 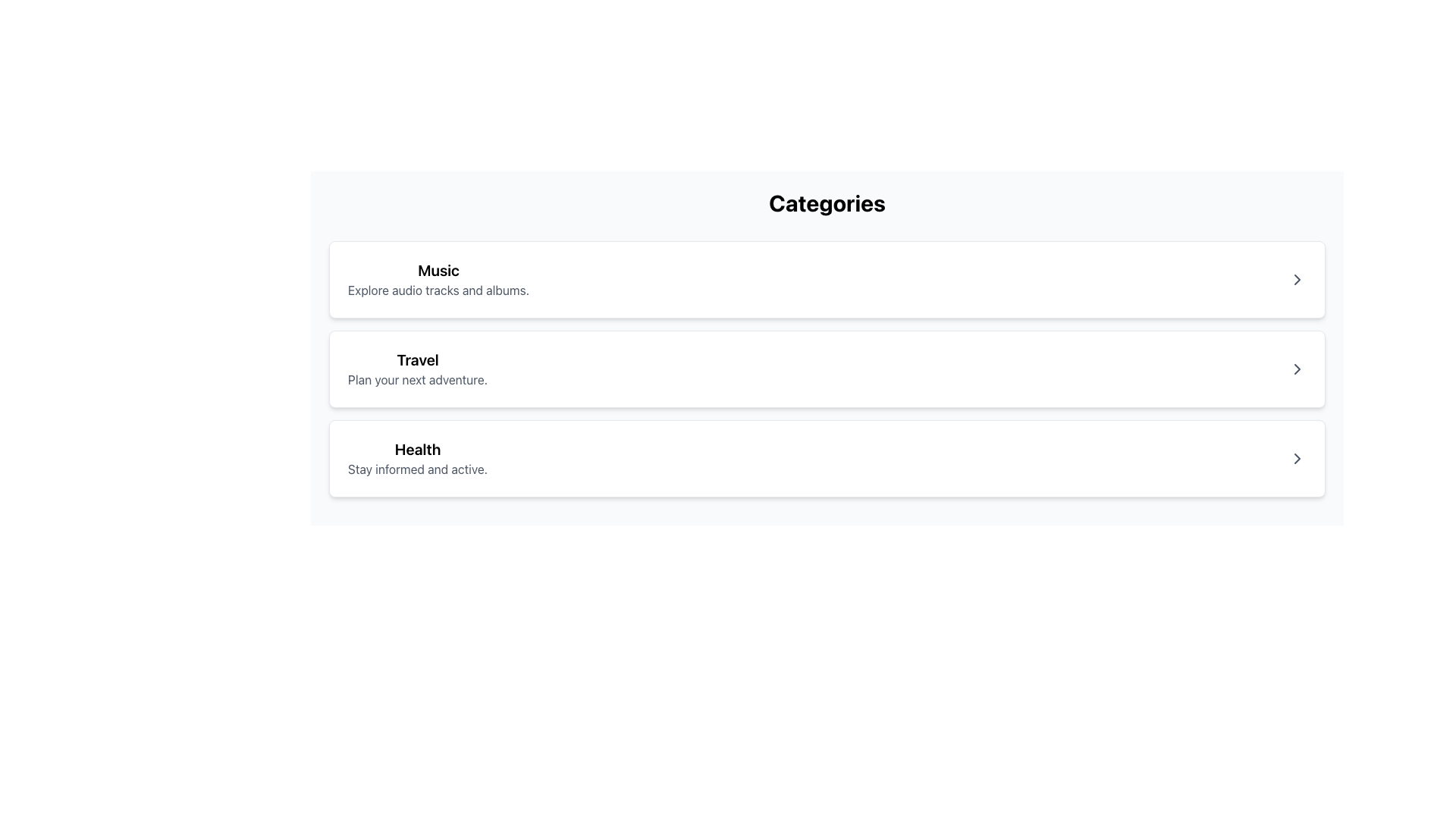 What do you see at coordinates (1296, 280) in the screenshot?
I see `the Chevron Icon (SVG graphic) located at the far right of the 'Music' list category, indicating more details or actions are available` at bounding box center [1296, 280].